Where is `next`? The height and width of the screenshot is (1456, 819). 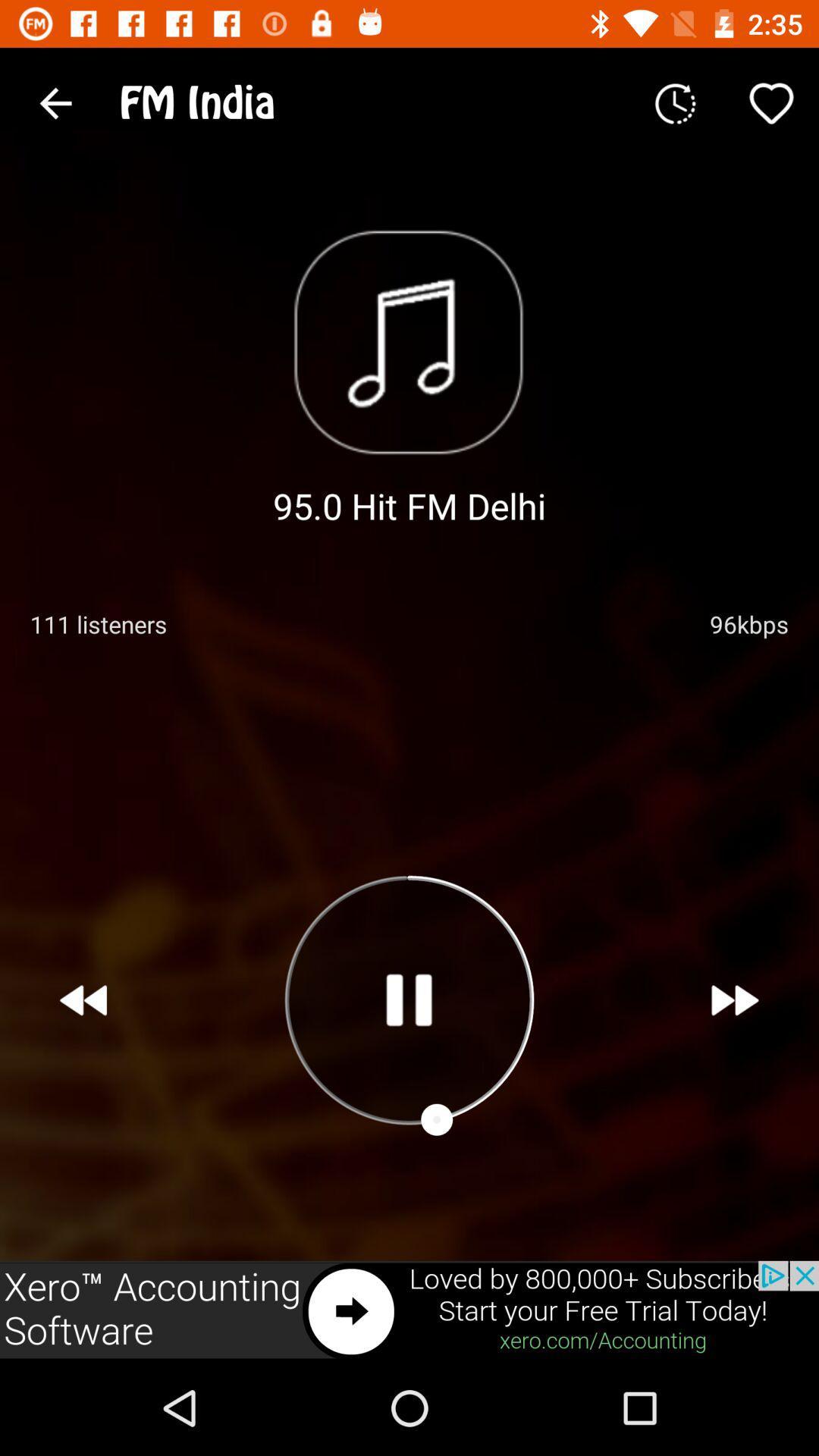
next is located at coordinates (734, 1000).